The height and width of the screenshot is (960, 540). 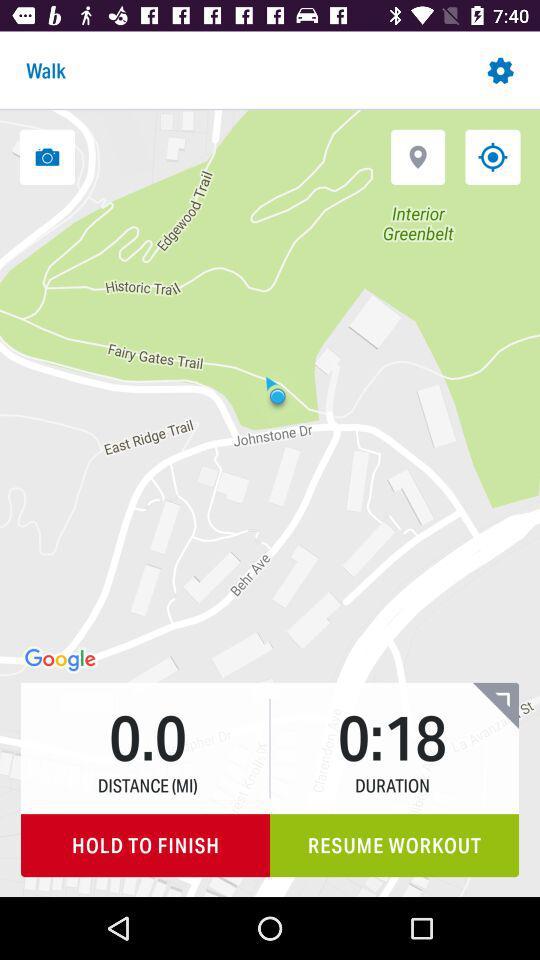 I want to click on capture photo, so click(x=47, y=156).